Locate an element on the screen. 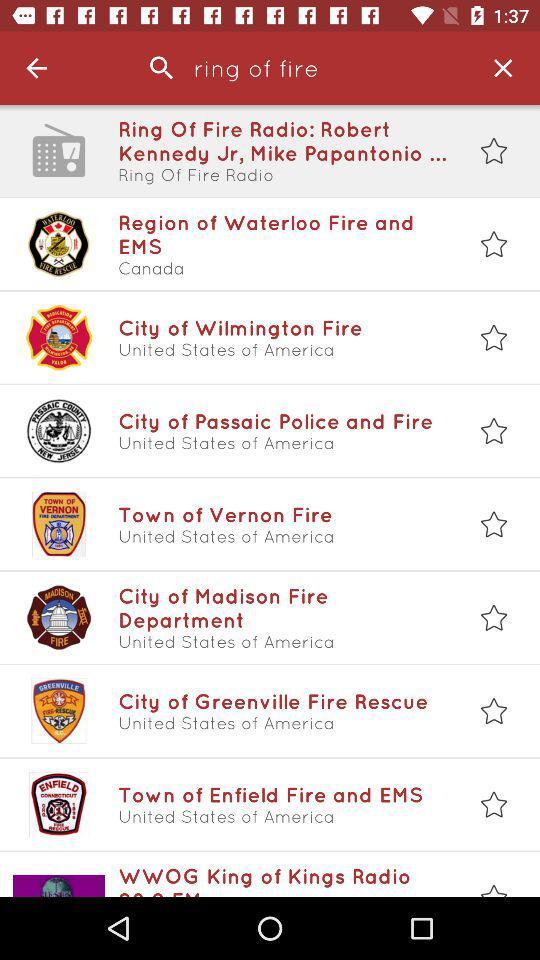  the canada is located at coordinates (282, 267).